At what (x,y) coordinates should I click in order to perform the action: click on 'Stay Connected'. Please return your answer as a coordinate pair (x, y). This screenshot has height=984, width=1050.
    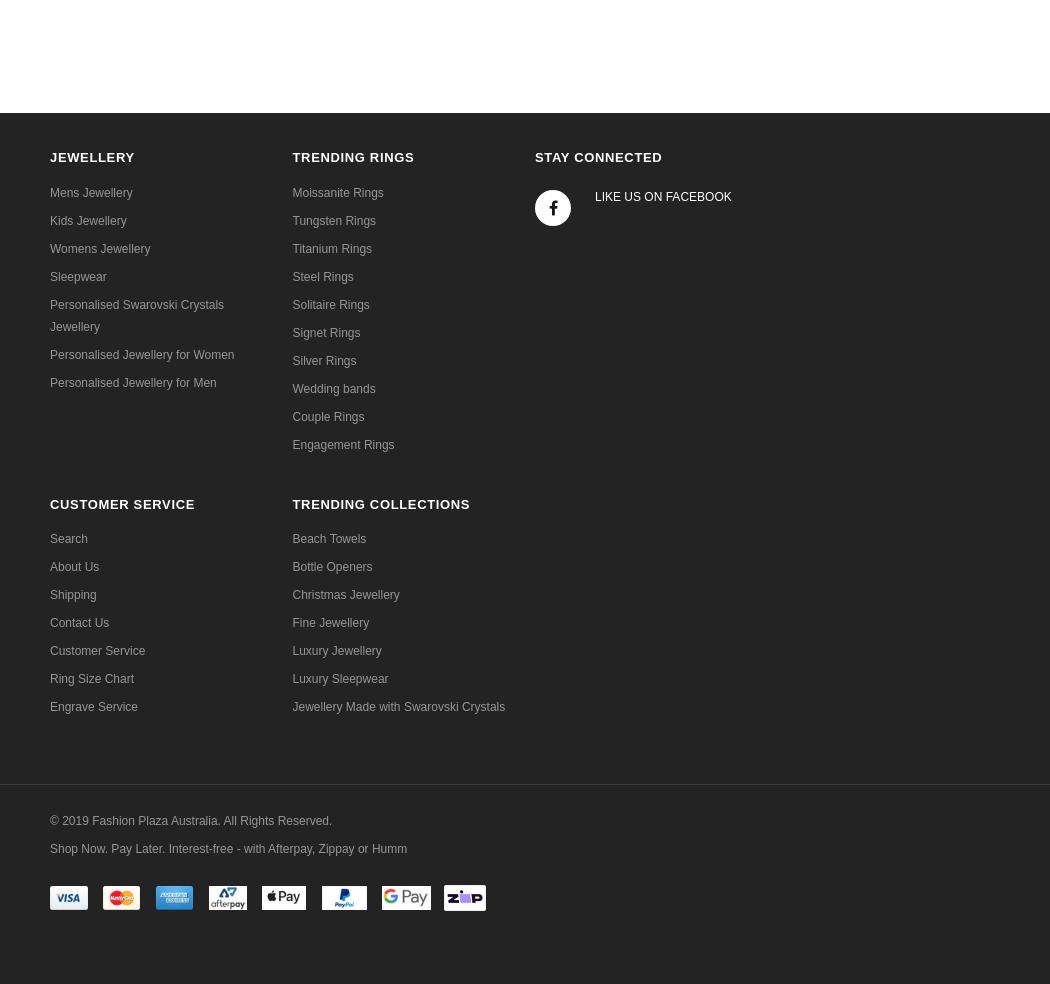
    Looking at the image, I should click on (597, 157).